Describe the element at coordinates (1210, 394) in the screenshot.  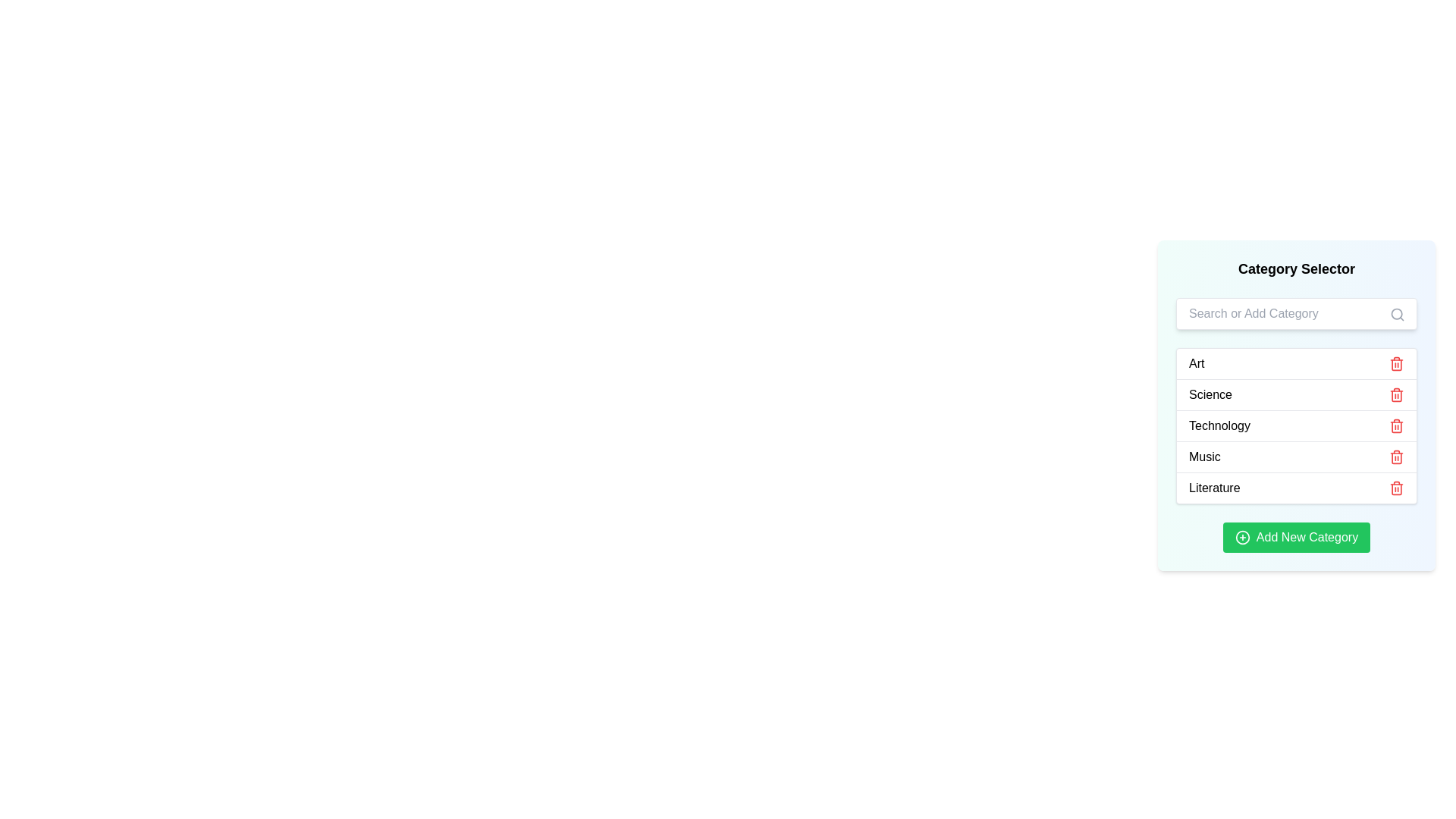
I see `the 'Science' category label in the Category Selector section` at that location.